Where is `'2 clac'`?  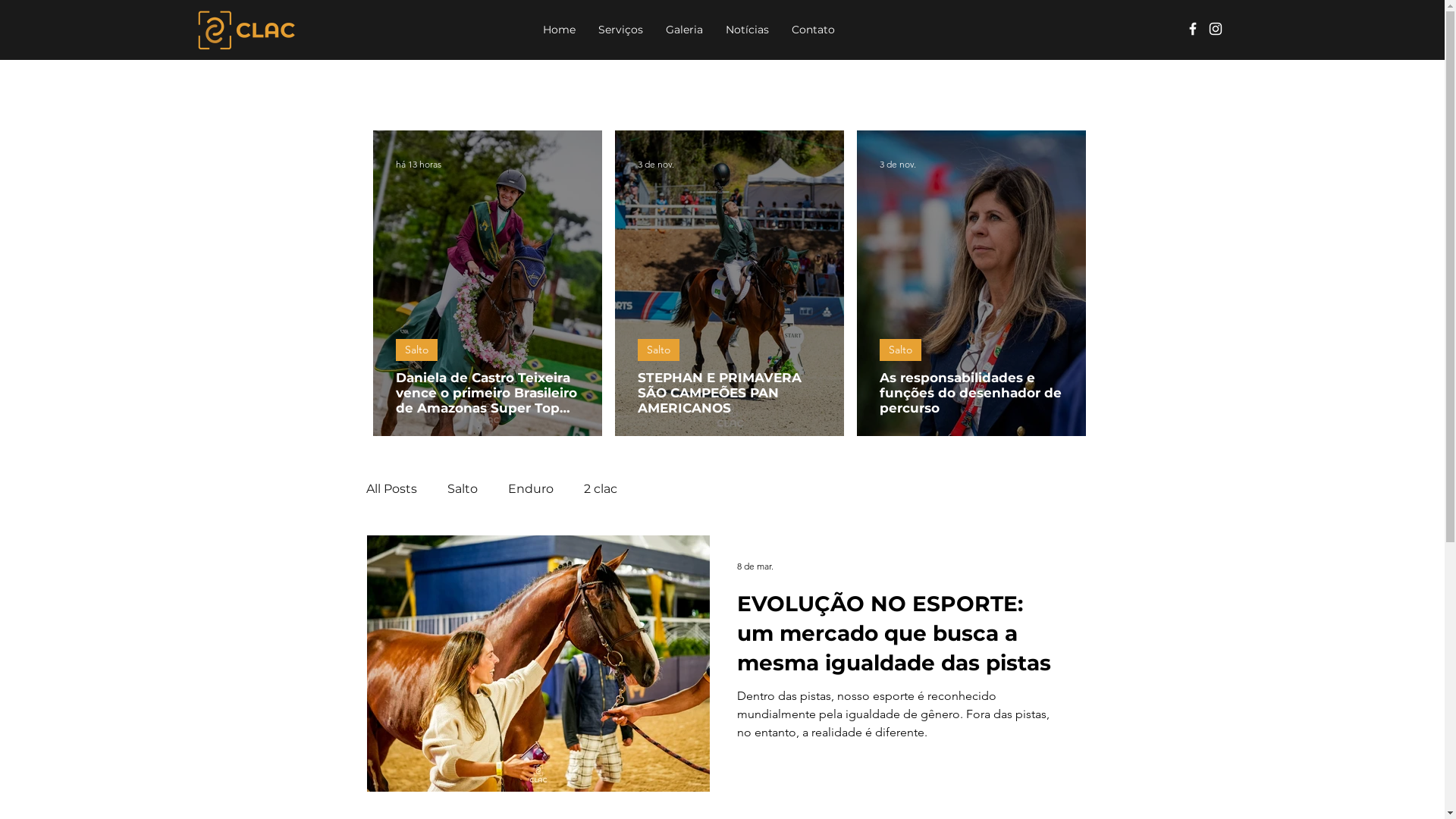
'2 clac' is located at coordinates (600, 488).